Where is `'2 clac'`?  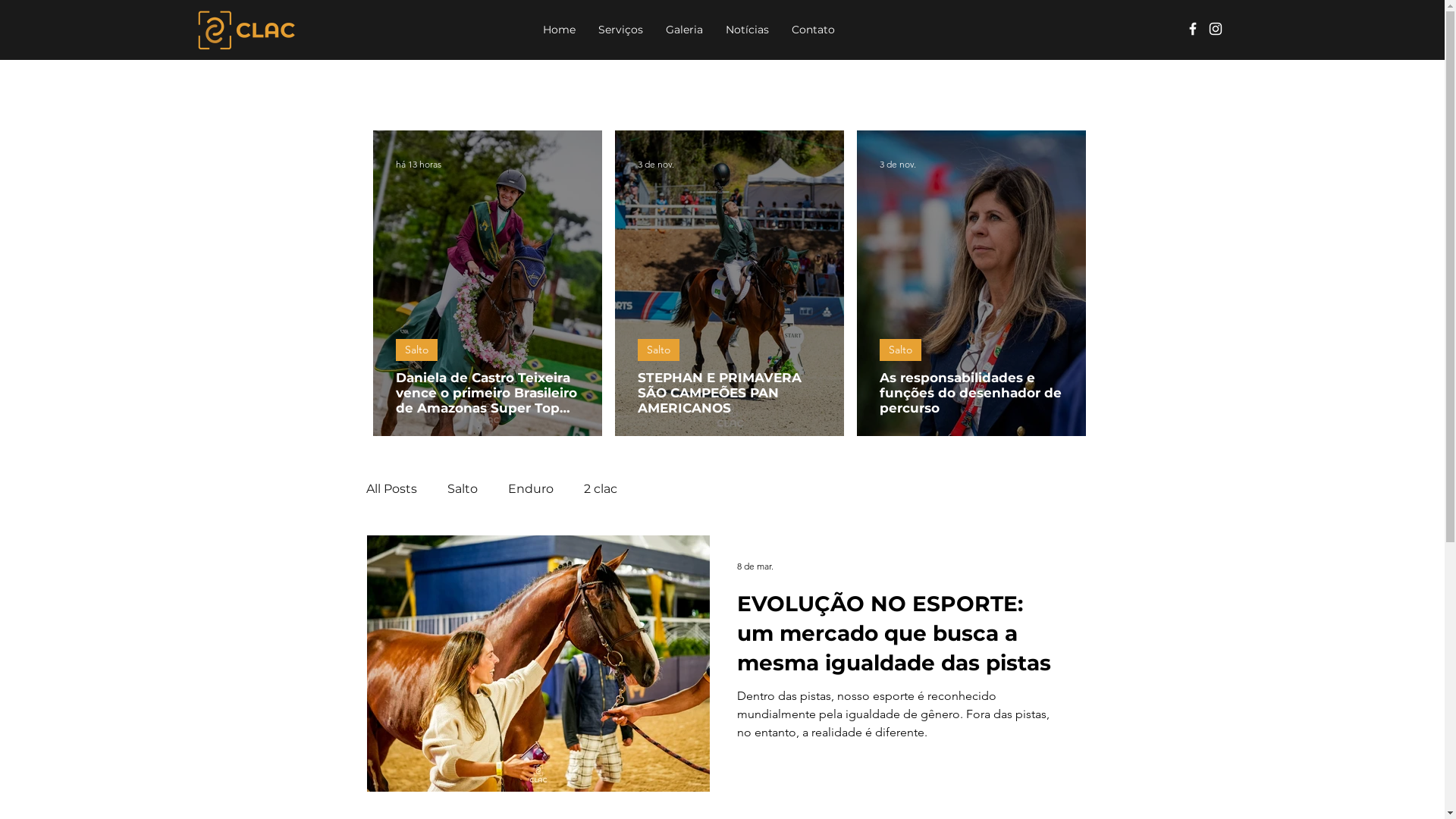
'2 clac' is located at coordinates (600, 488).